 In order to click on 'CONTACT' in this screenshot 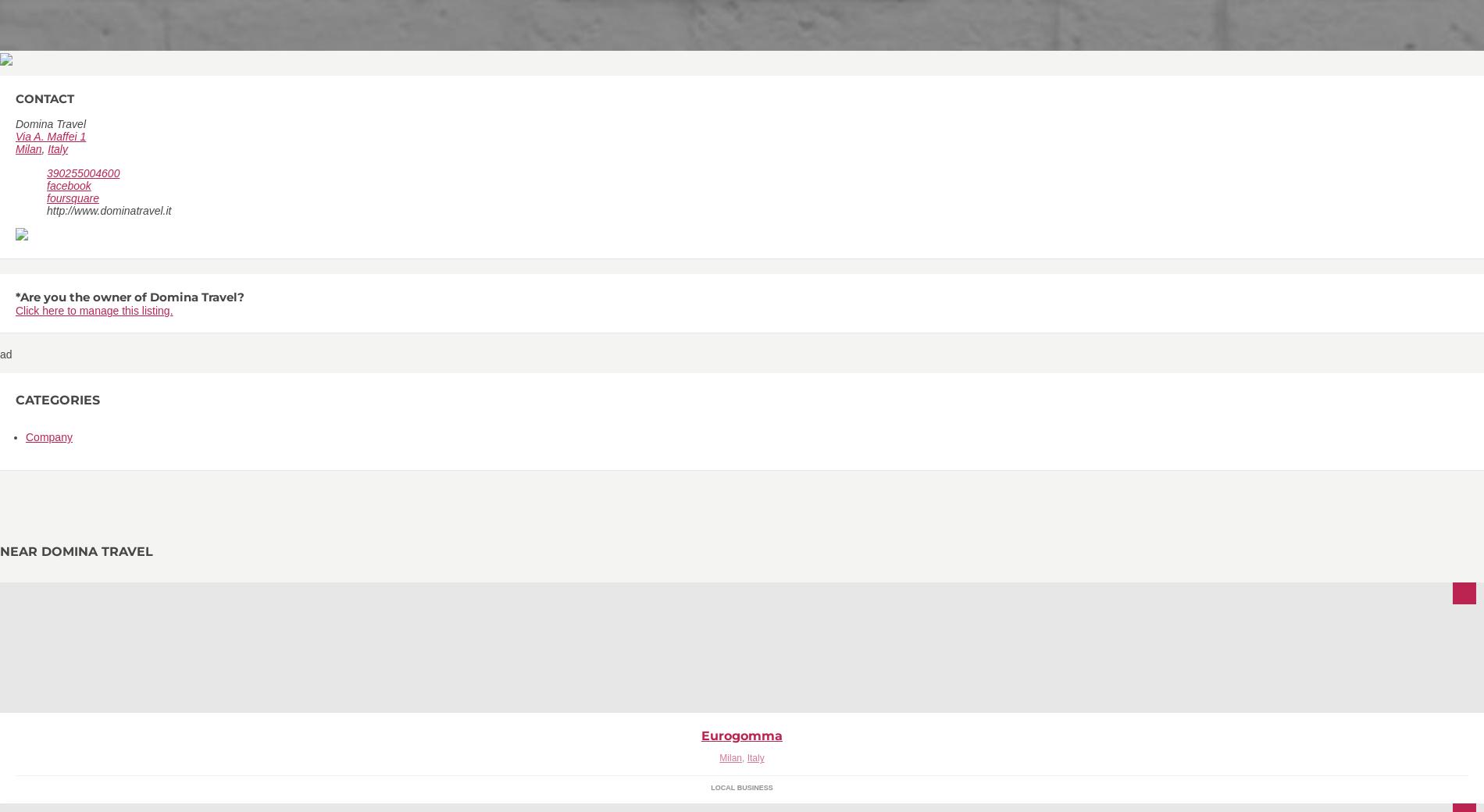, I will do `click(45, 98)`.